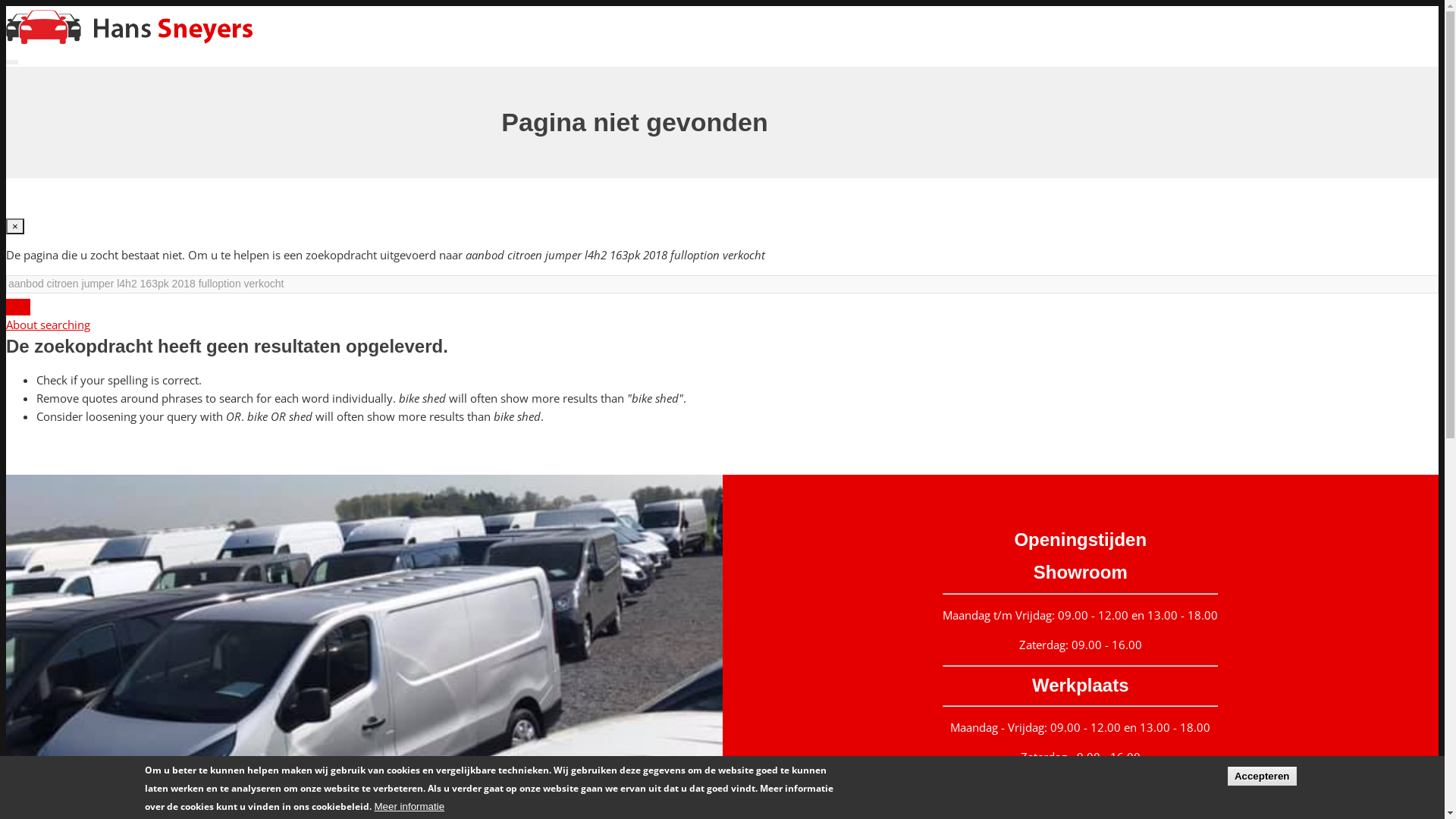 The image size is (1456, 819). What do you see at coordinates (129, 38) in the screenshot?
I see `'Home'` at bounding box center [129, 38].